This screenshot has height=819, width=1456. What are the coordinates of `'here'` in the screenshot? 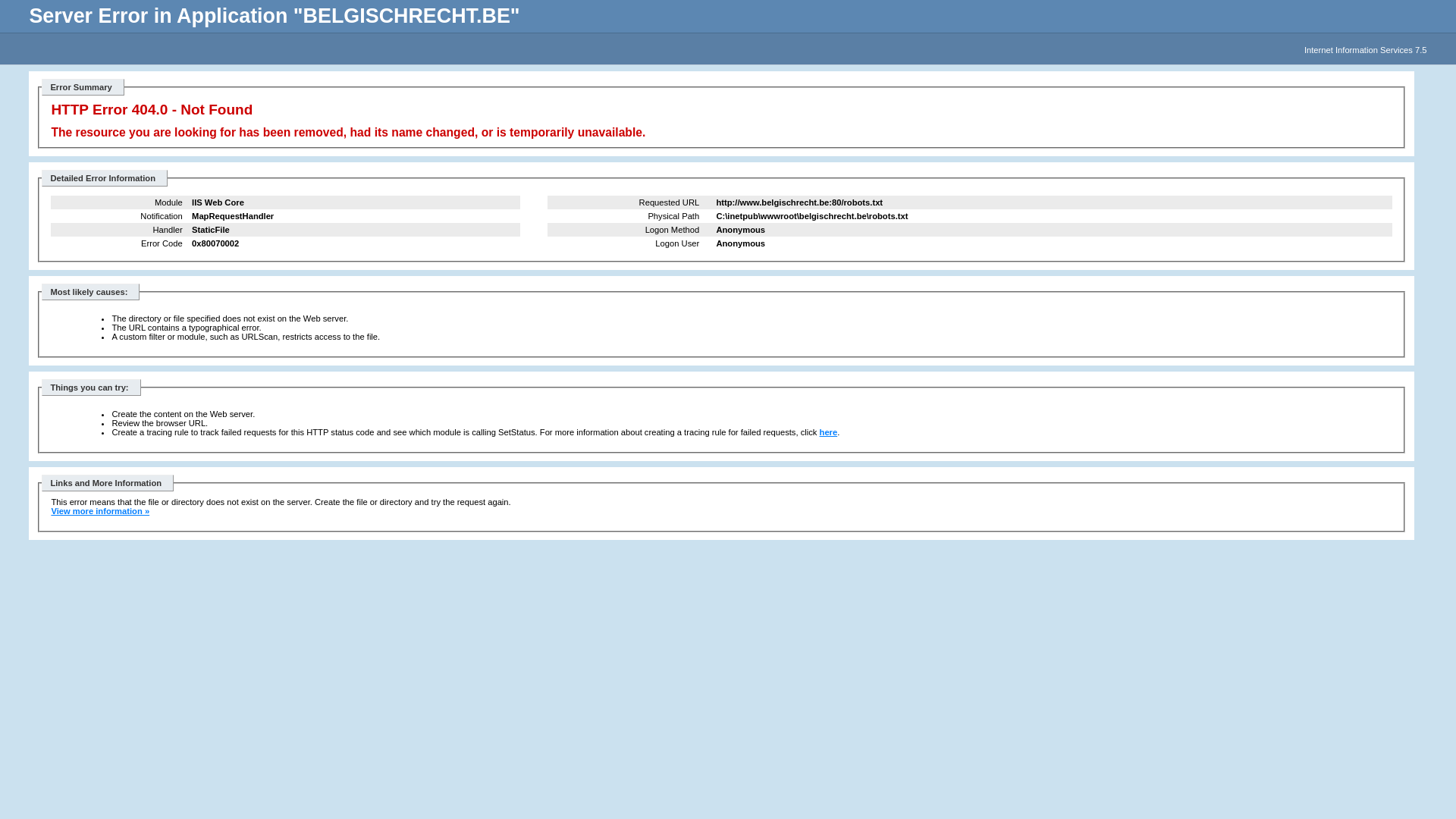 It's located at (828, 432).